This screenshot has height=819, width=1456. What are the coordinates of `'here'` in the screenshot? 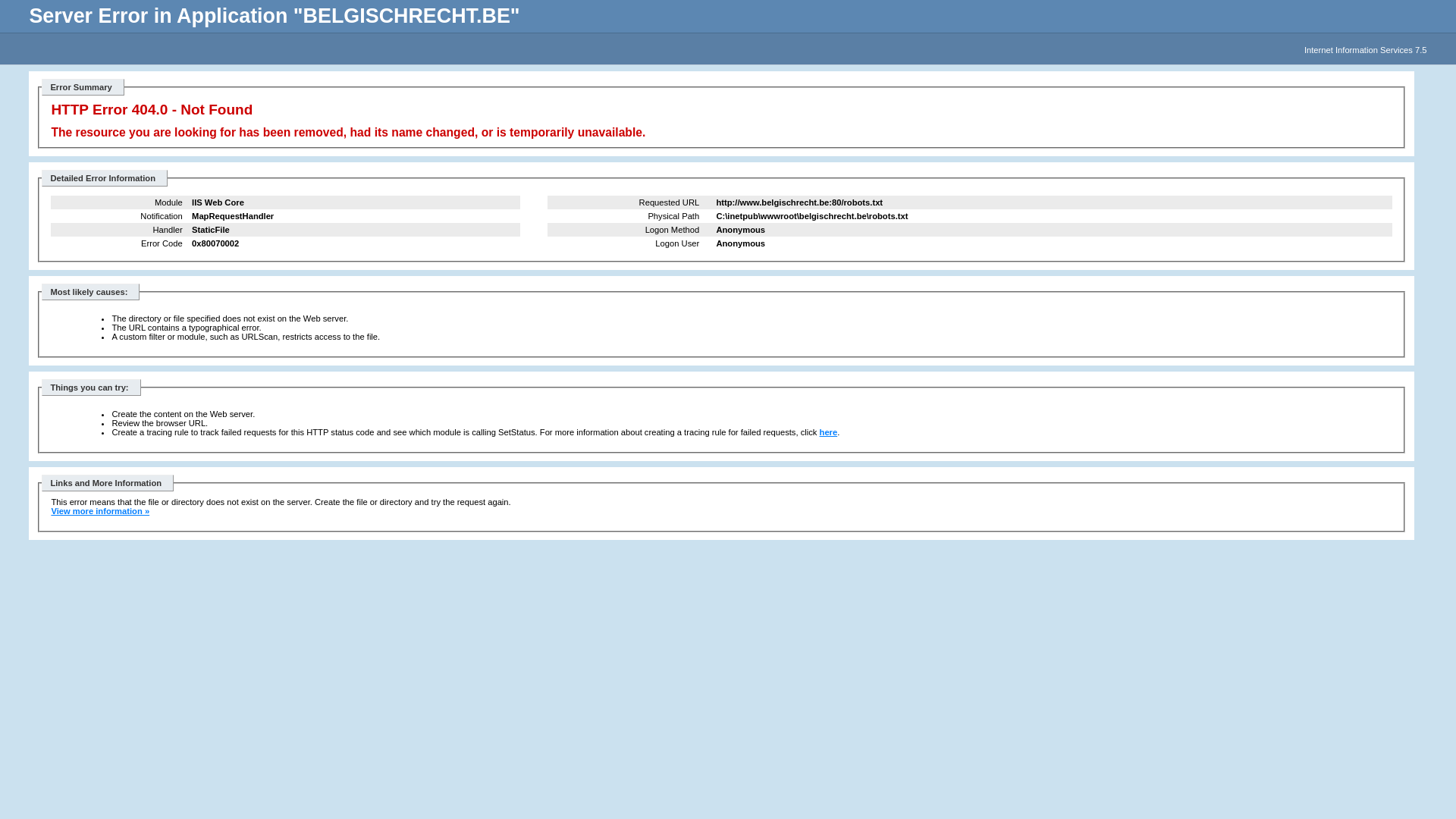 It's located at (828, 432).